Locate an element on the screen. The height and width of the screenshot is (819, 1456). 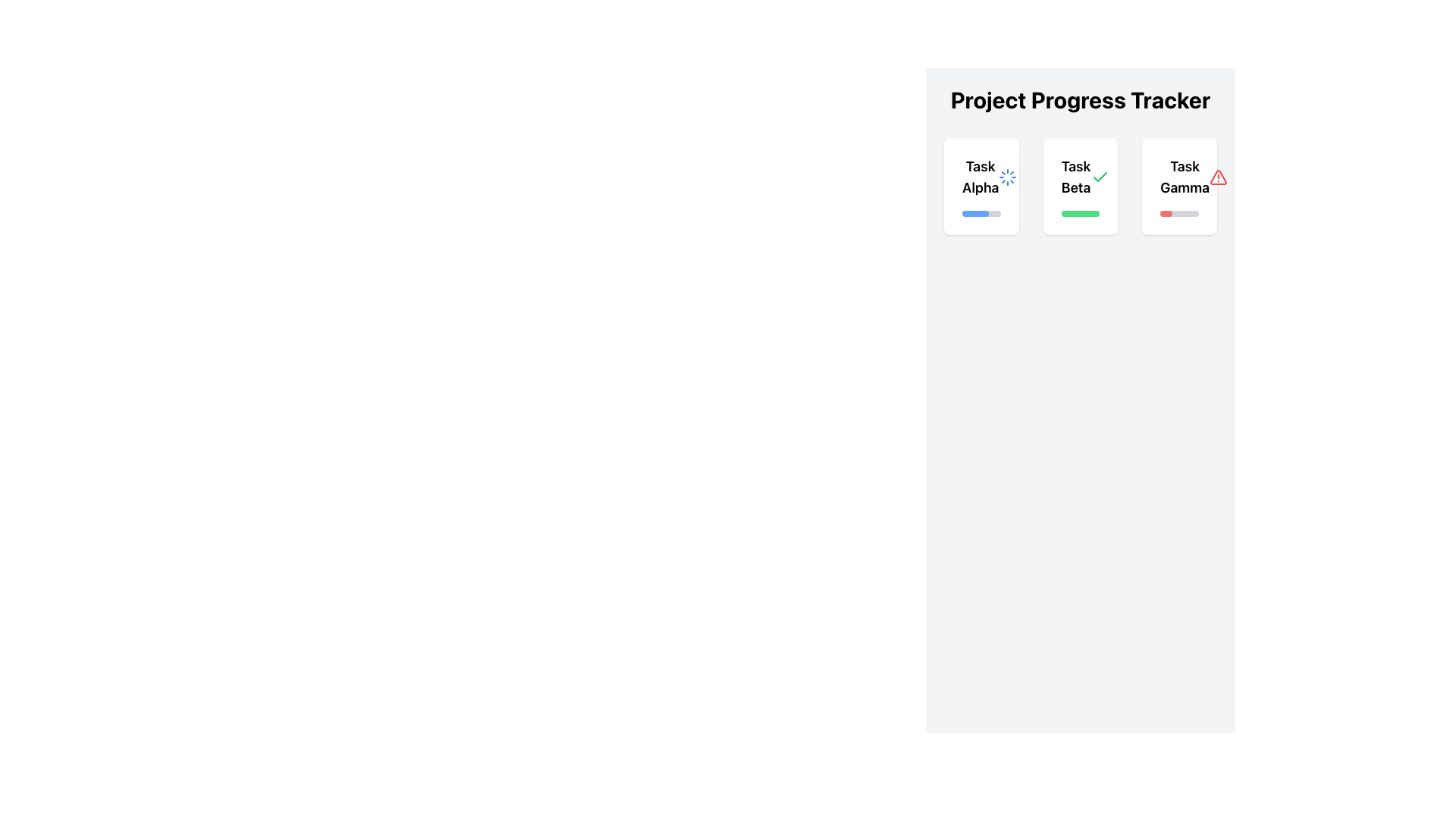
bold, large-font text labeled 'Task Gamma' located at the top of the third card under the 'Project Progress Tracker' heading is located at coordinates (1184, 177).